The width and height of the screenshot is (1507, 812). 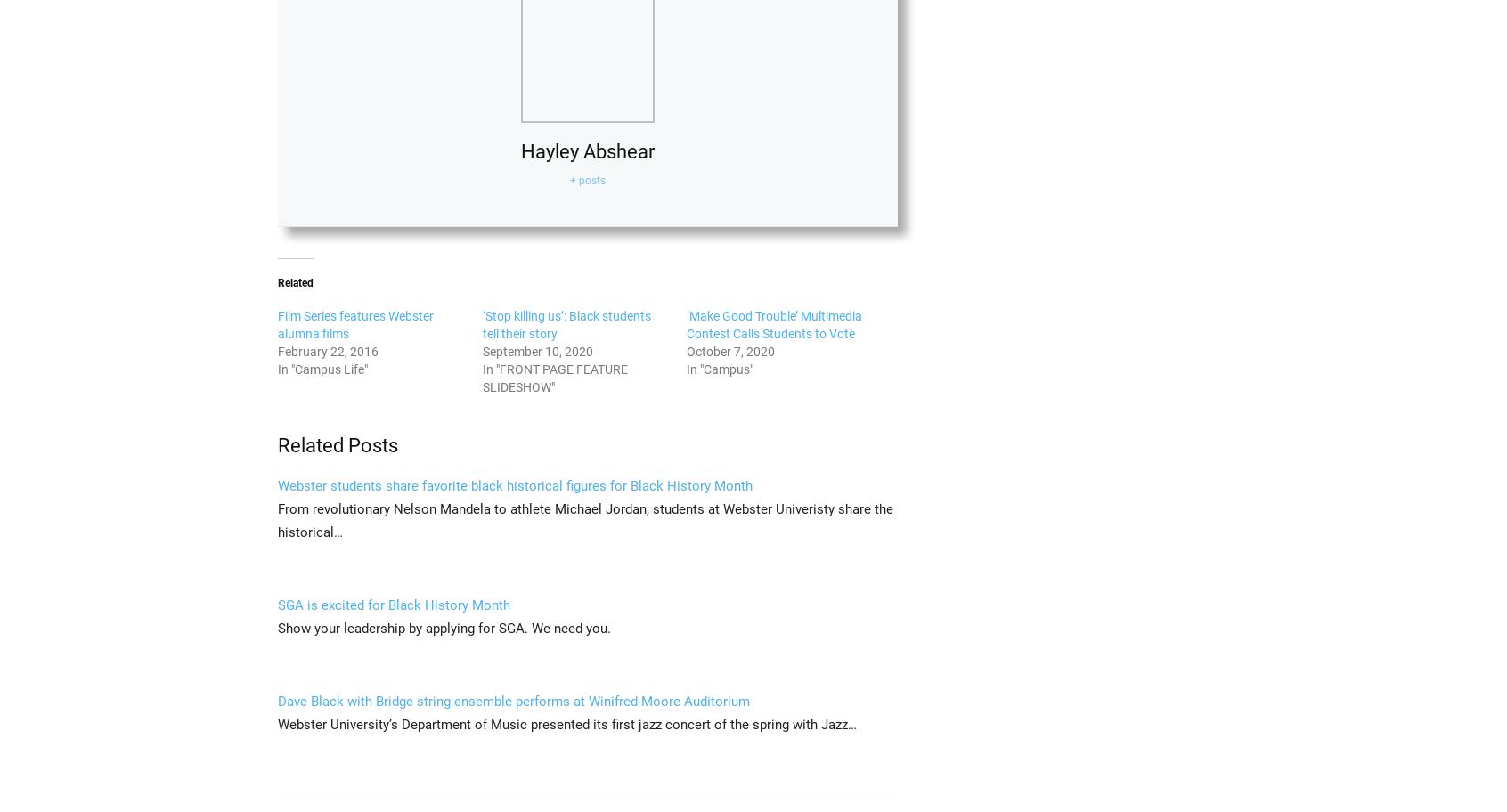 What do you see at coordinates (277, 485) in the screenshot?
I see `'Webster students share favorite black historical figures for Black History Month'` at bounding box center [277, 485].